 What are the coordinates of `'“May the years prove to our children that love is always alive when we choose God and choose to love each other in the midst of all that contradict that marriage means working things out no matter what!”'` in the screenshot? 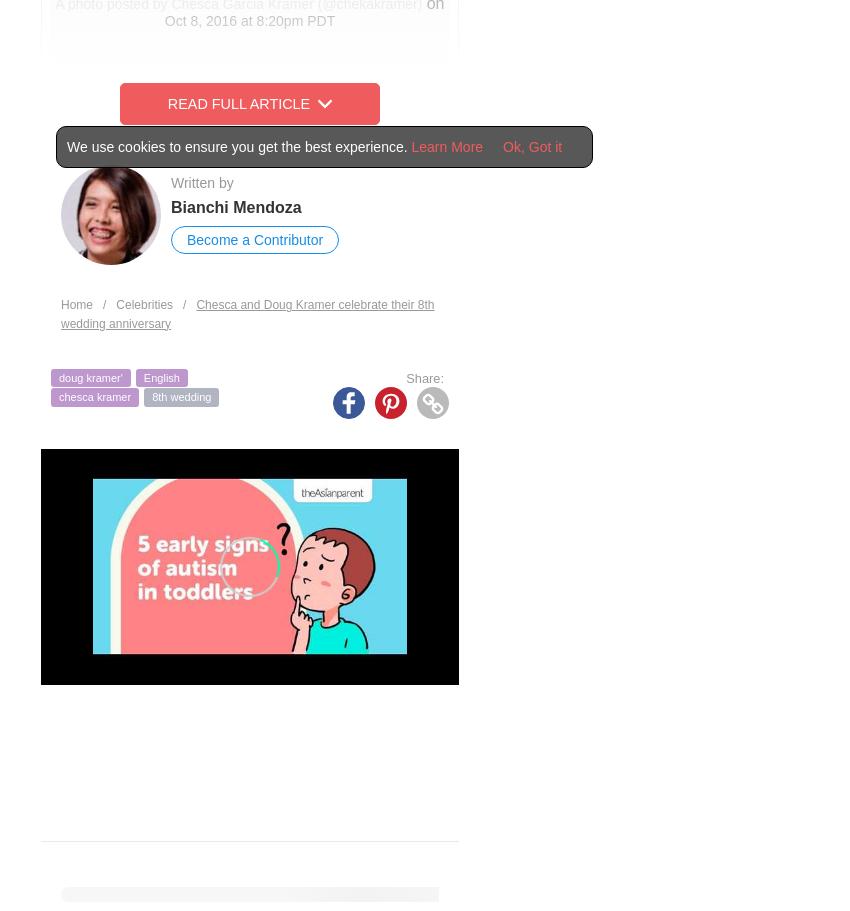 It's located at (61, 345).